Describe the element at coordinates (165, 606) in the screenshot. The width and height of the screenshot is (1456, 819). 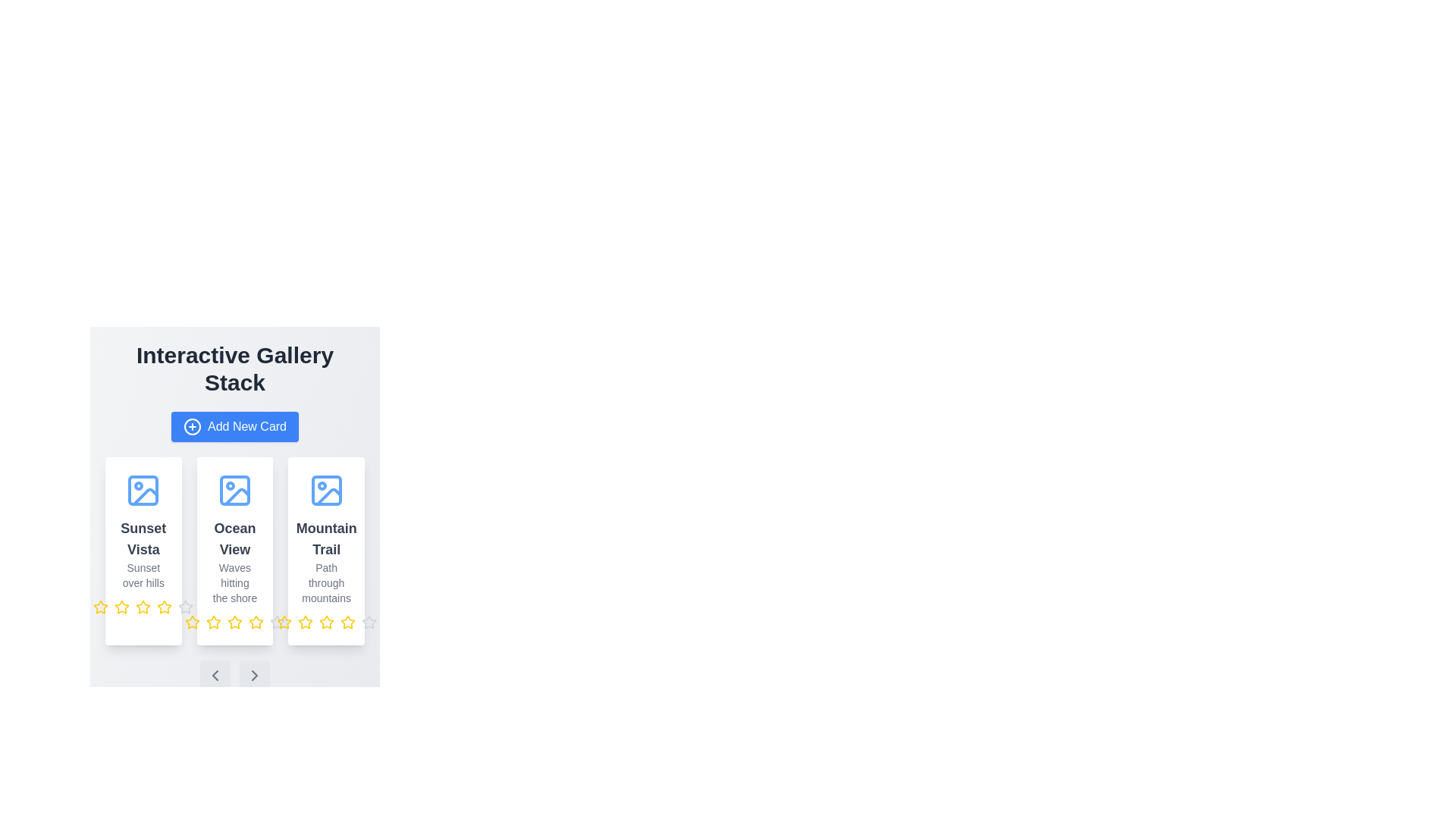
I see `the fourth star icon from the left in the rating row beneath the 'Sunset Vista' card to rate the item` at that location.